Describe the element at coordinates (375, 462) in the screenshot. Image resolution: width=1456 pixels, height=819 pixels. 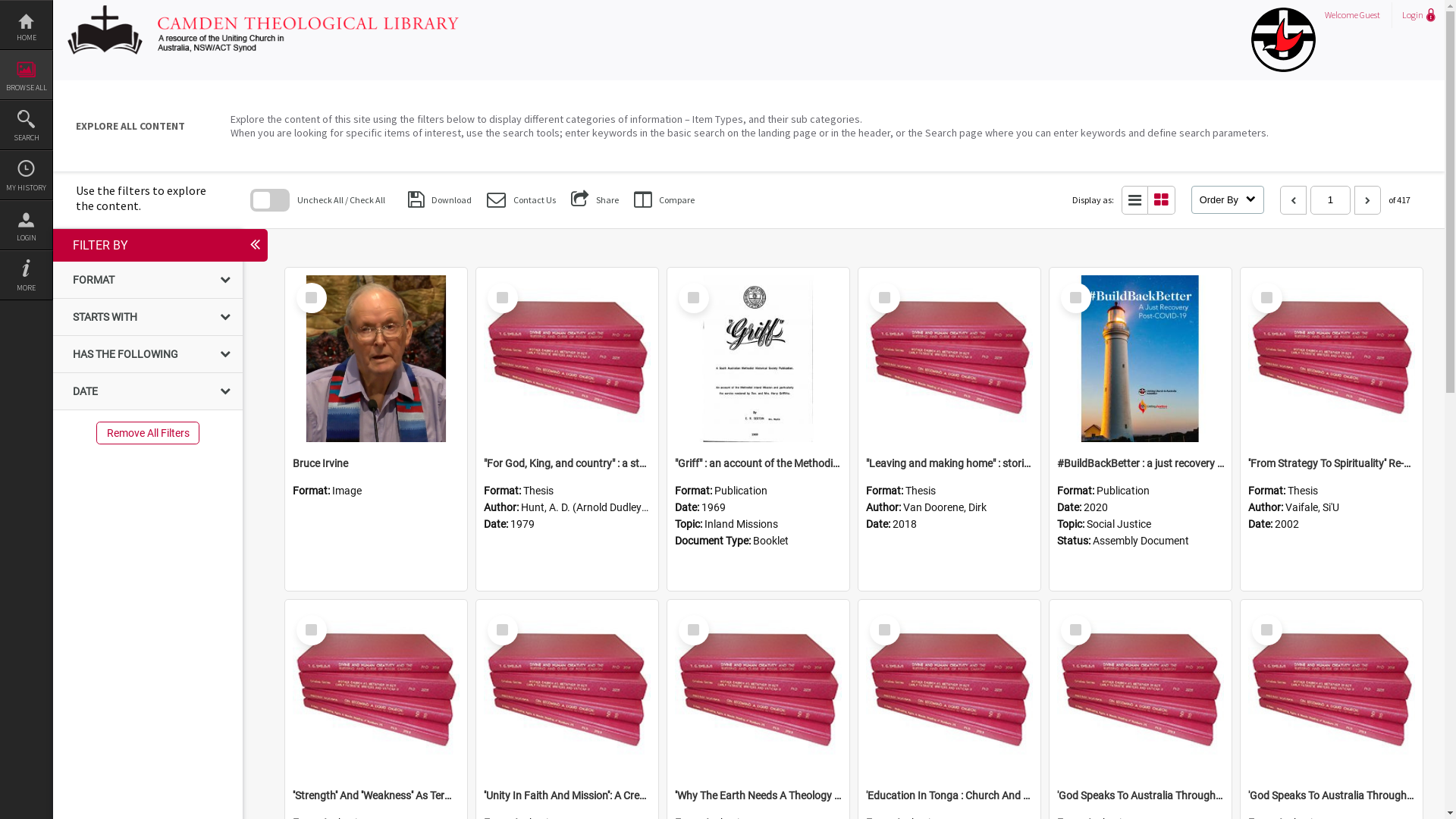
I see `'Bruce Irvine'` at that location.